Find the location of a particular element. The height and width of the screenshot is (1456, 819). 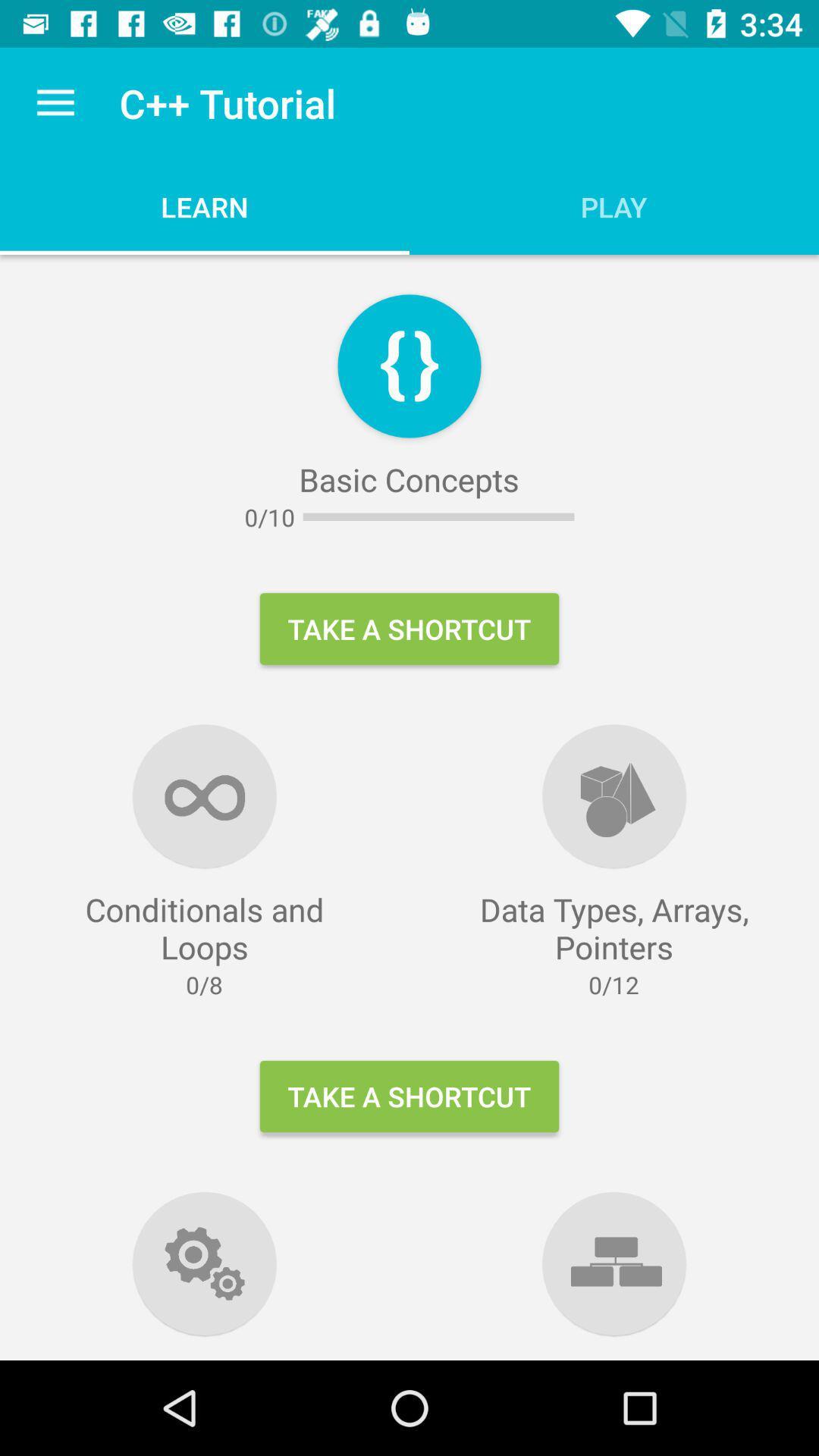

icon next to the c++ tutorial icon is located at coordinates (55, 102).